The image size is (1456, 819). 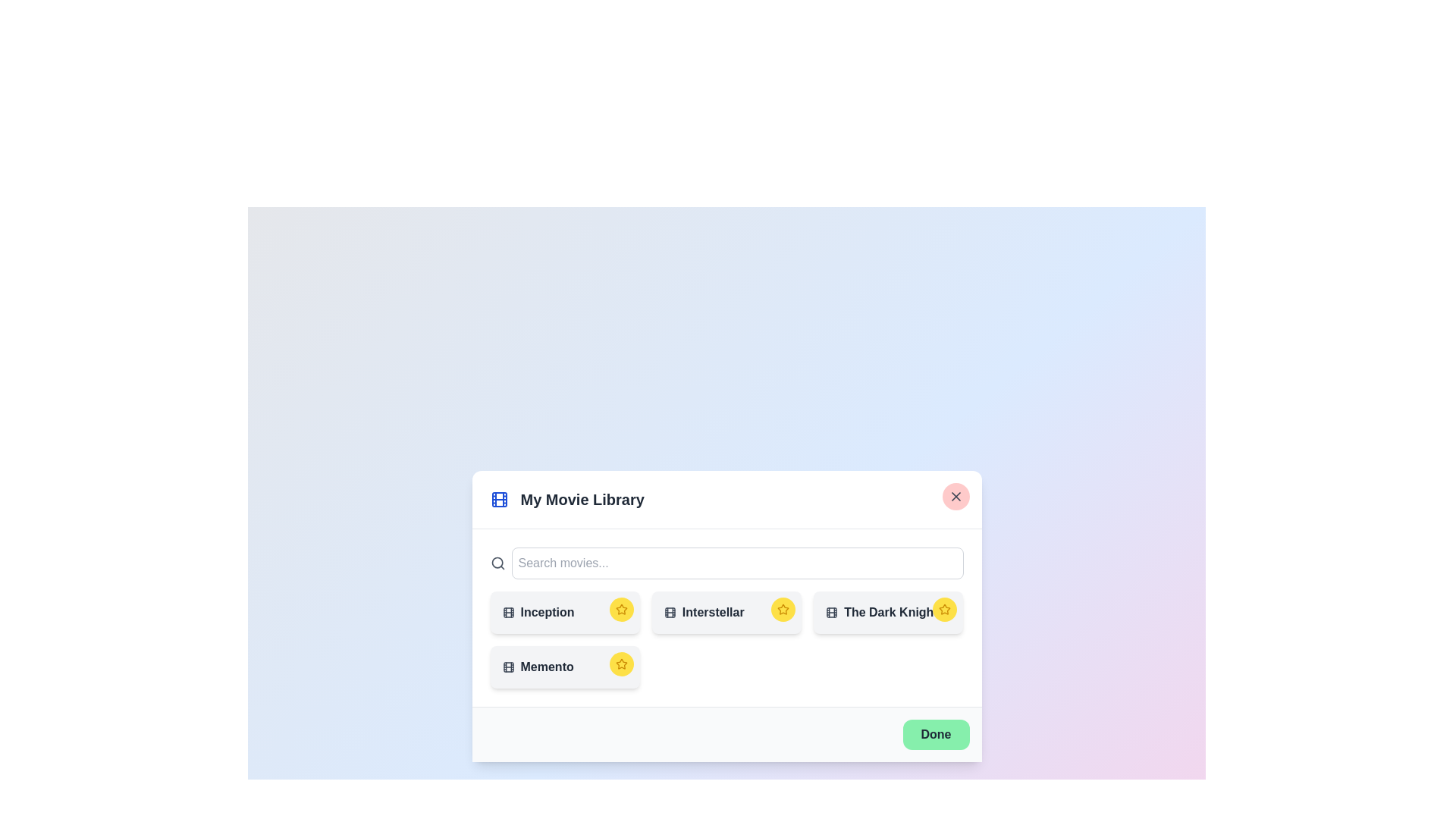 What do you see at coordinates (955, 497) in the screenshot?
I see `the 'X' Close button in the top-right corner of the 'My Movie Library' modal dialog` at bounding box center [955, 497].